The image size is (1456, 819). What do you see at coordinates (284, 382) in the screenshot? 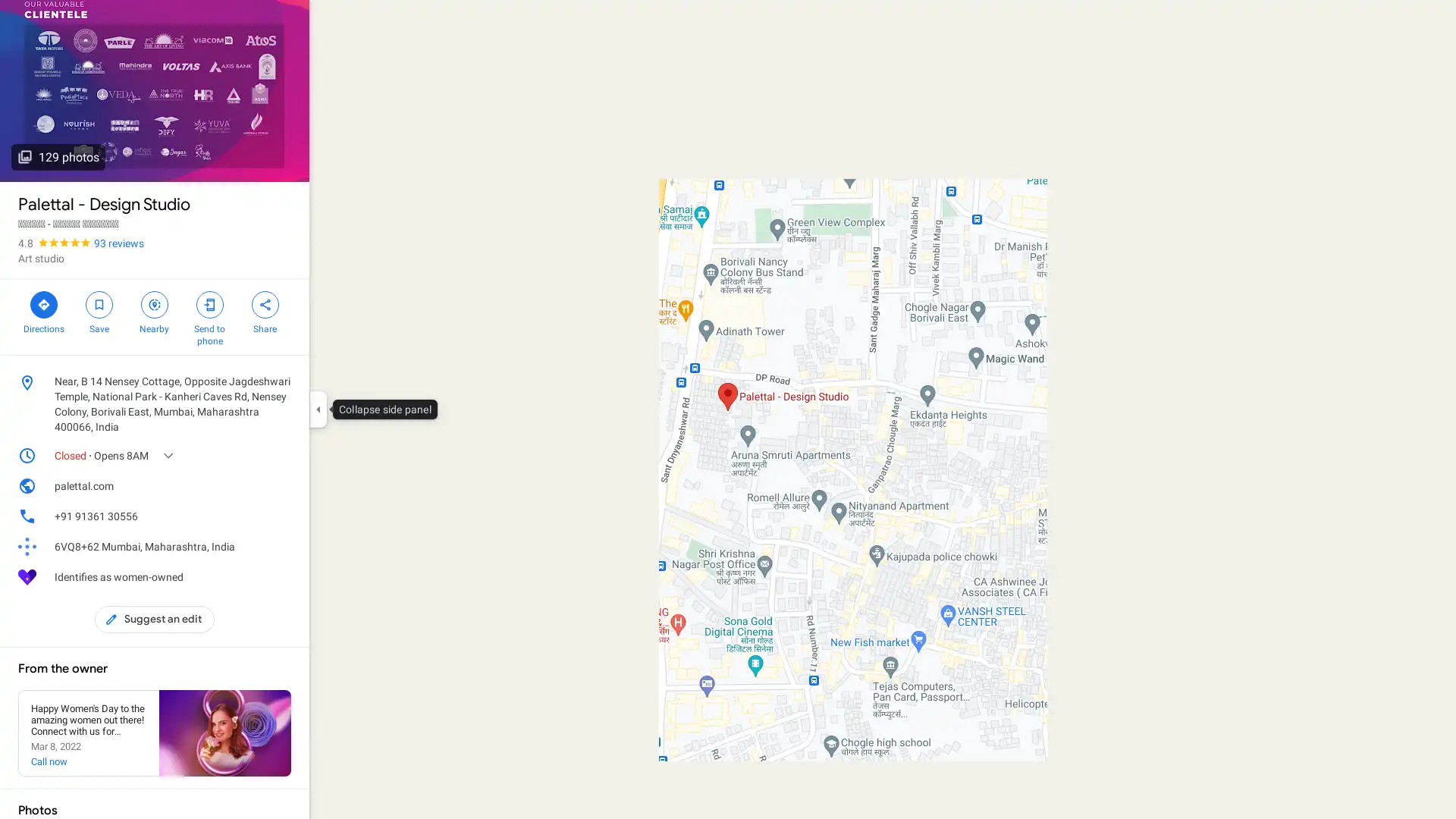
I see `Copy address` at bounding box center [284, 382].